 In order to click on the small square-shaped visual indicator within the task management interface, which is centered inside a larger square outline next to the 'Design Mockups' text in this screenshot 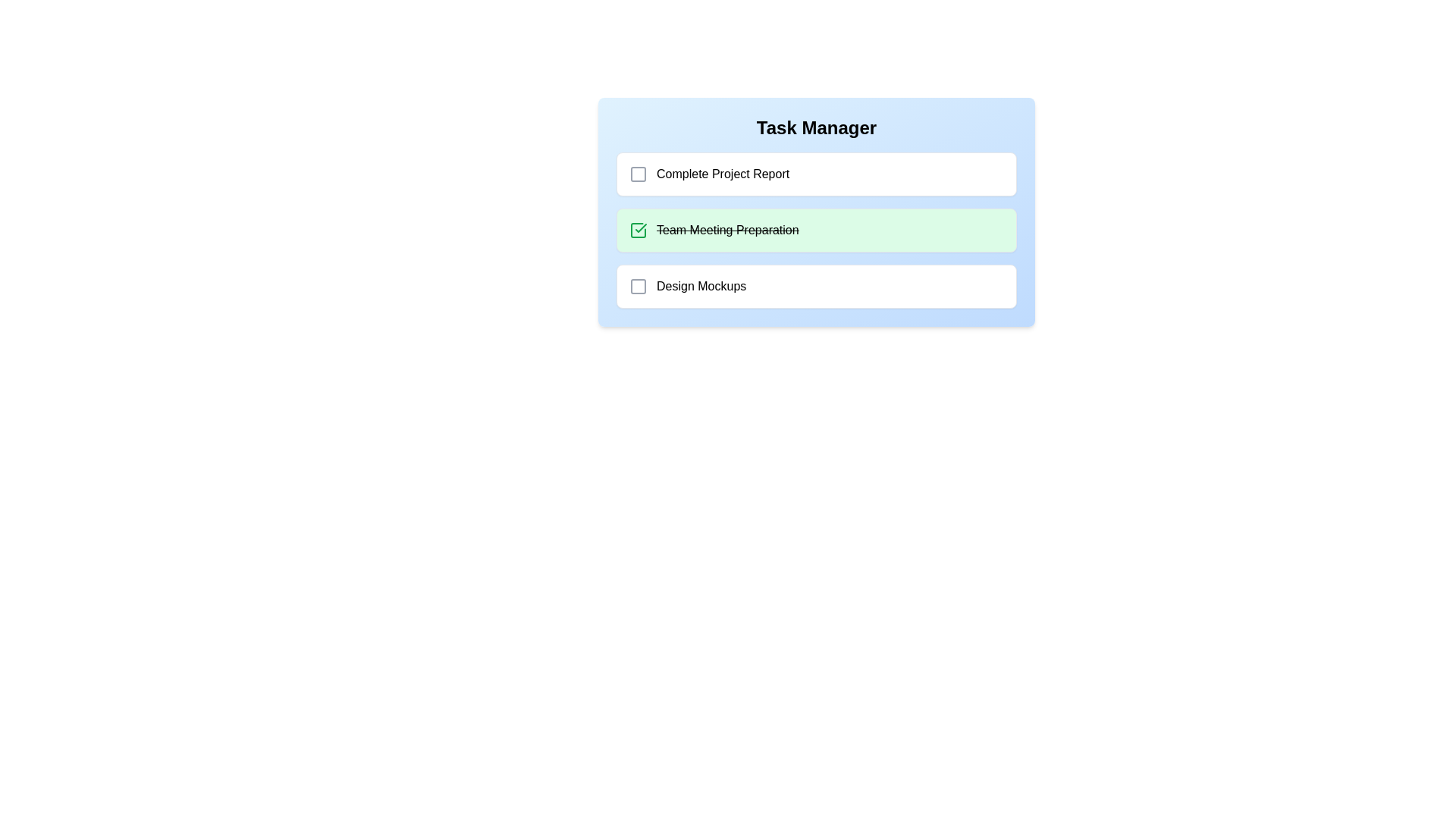, I will do `click(638, 287)`.